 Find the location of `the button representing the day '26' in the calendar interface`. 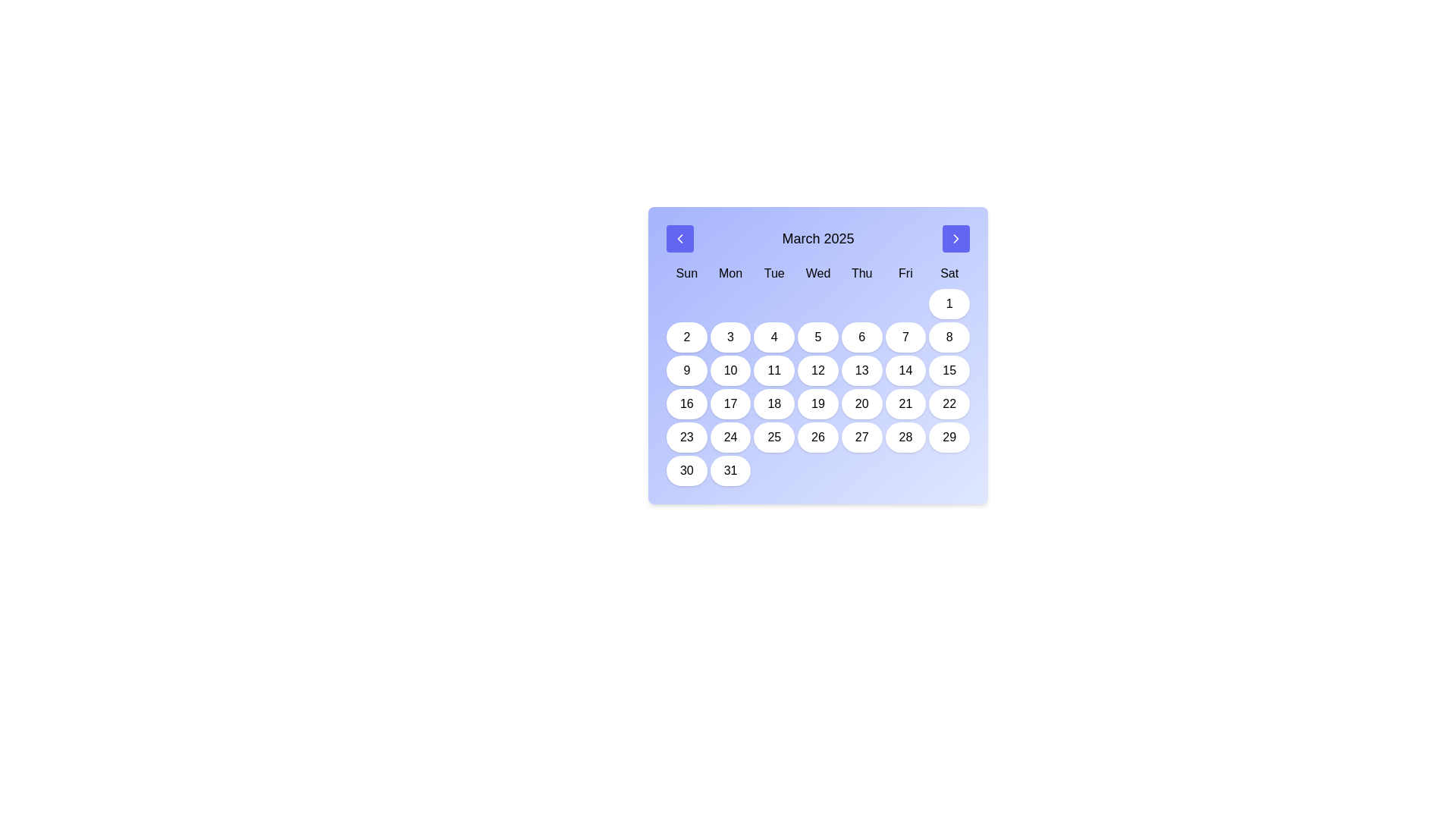

the button representing the day '26' in the calendar interface is located at coordinates (817, 438).